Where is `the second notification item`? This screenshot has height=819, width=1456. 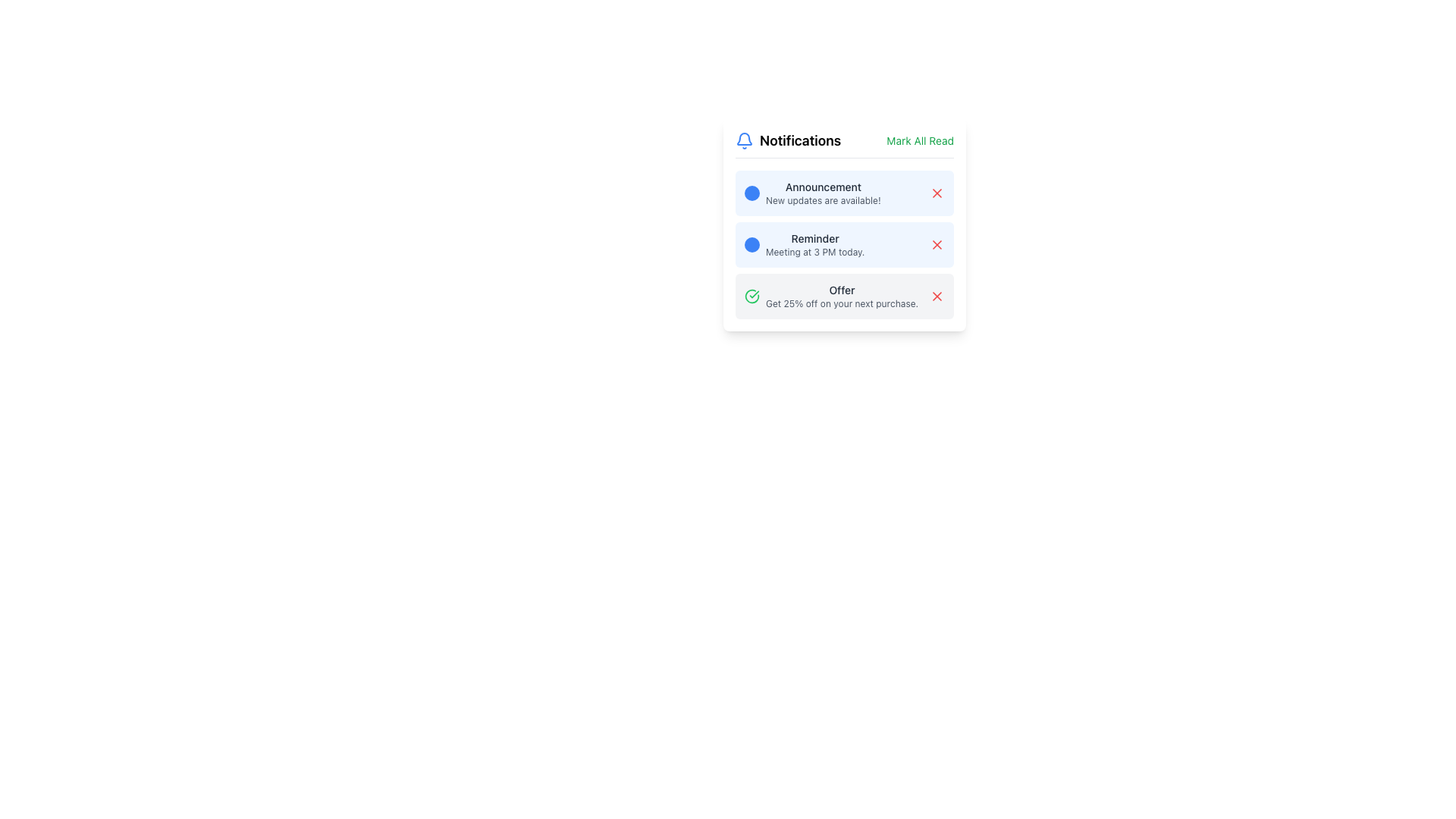 the second notification item is located at coordinates (843, 244).